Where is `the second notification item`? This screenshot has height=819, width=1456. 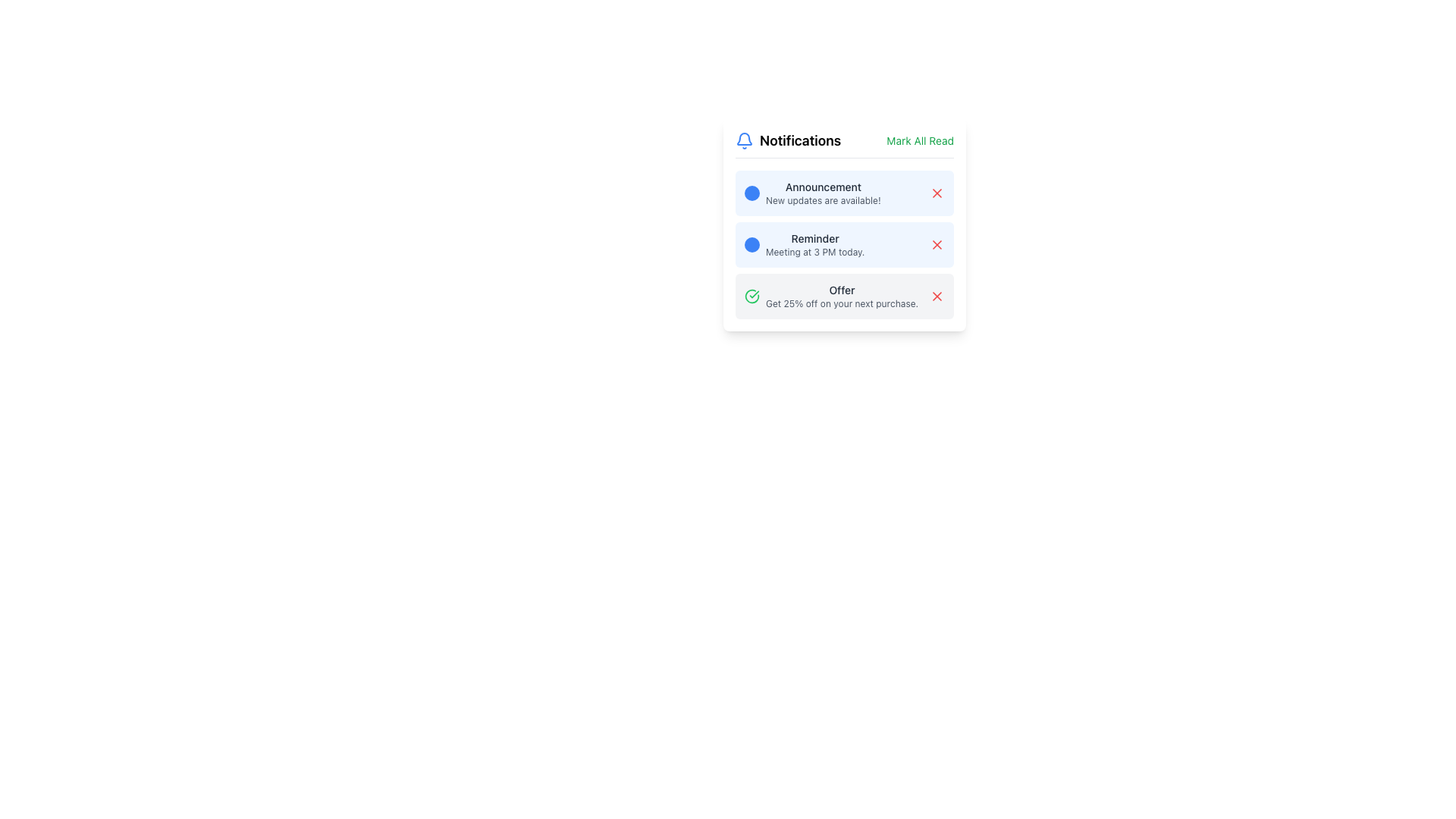 the second notification item is located at coordinates (843, 244).